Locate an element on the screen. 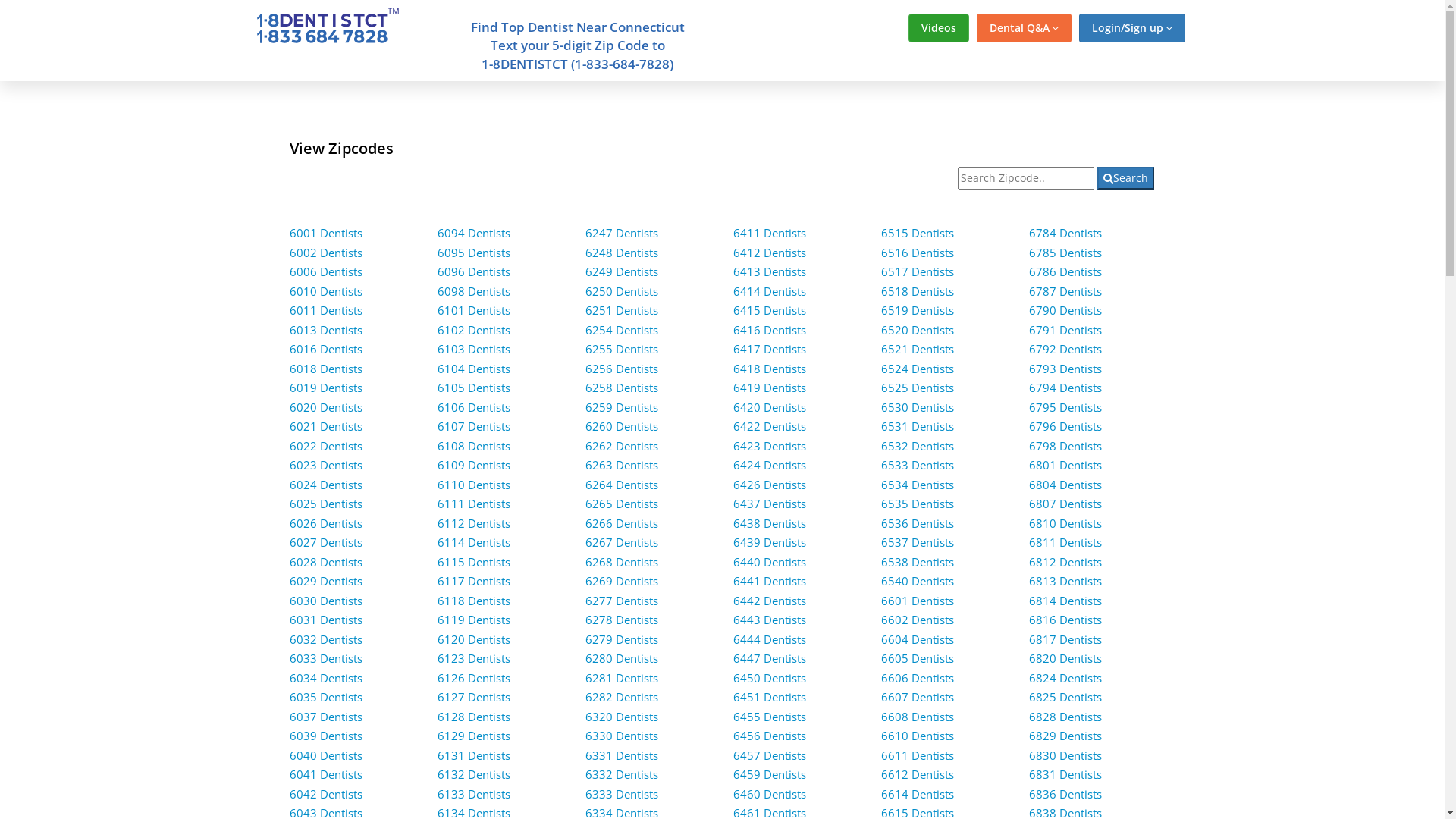 Image resolution: width=1456 pixels, height=819 pixels. '6517 Dentists' is located at coordinates (880, 271).